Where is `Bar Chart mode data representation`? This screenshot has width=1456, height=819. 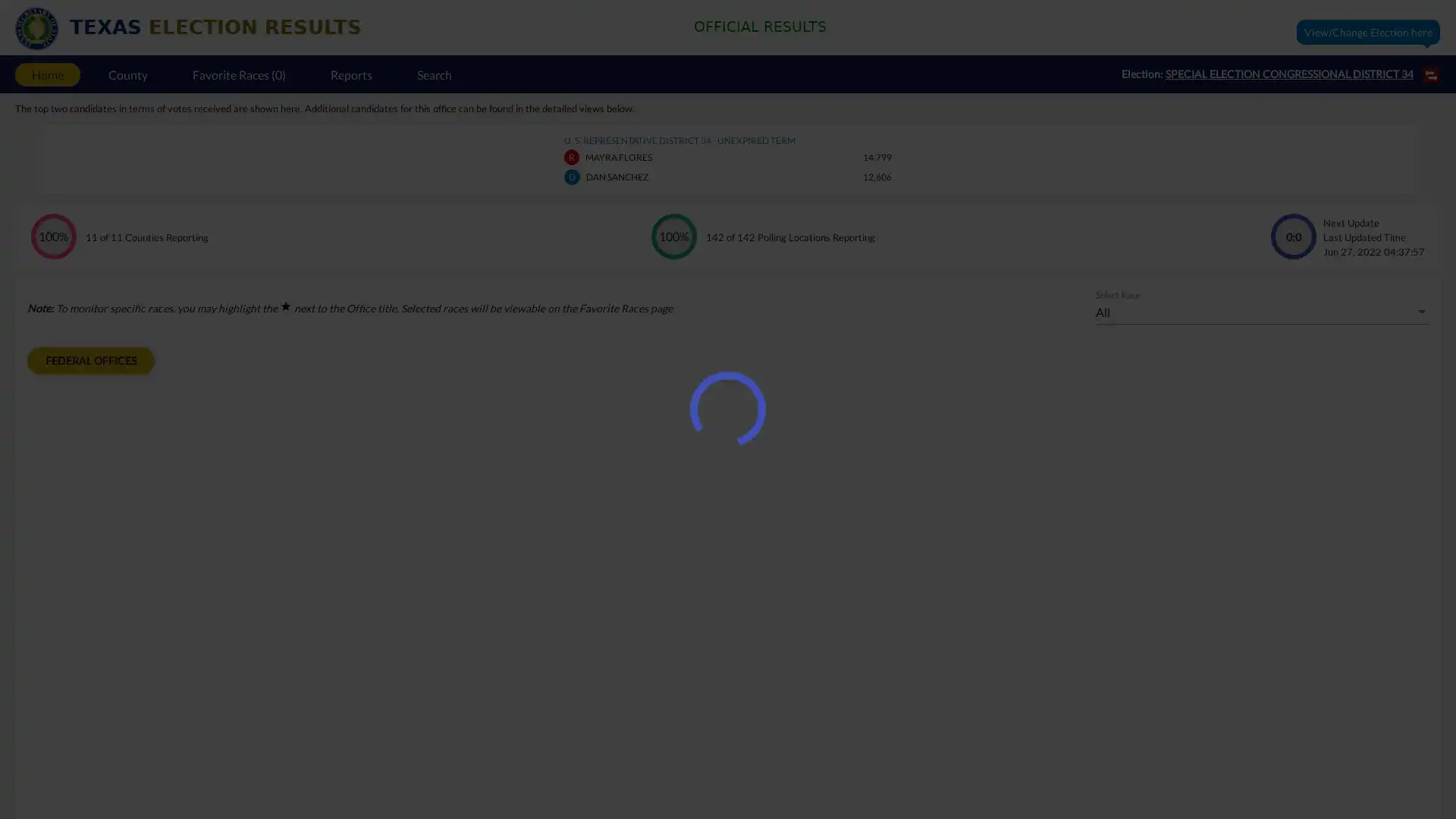
Bar Chart mode data representation is located at coordinates (1372, 403).